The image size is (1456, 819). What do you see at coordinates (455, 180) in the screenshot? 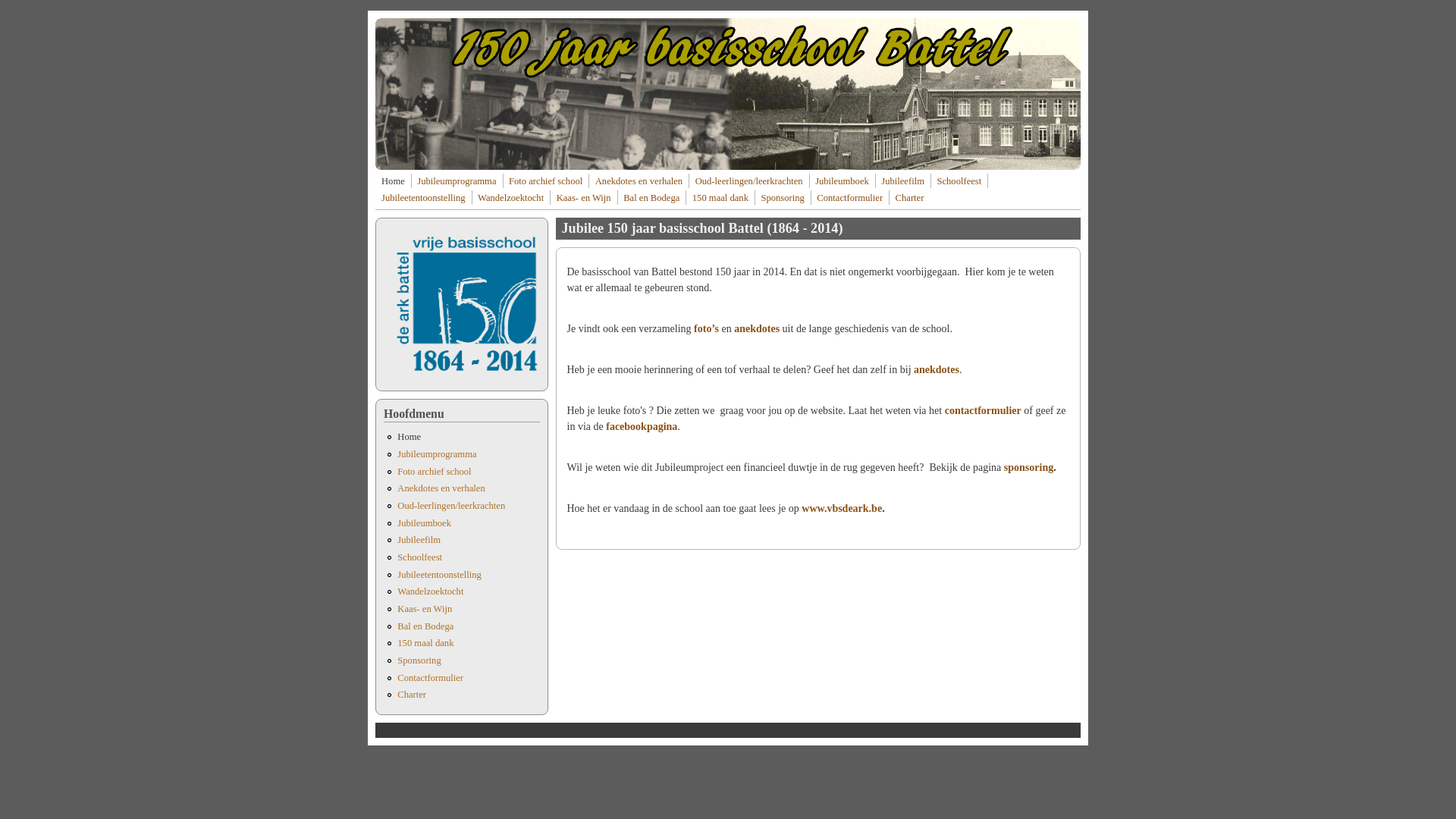
I see `'Jubileumprogramma'` at bounding box center [455, 180].